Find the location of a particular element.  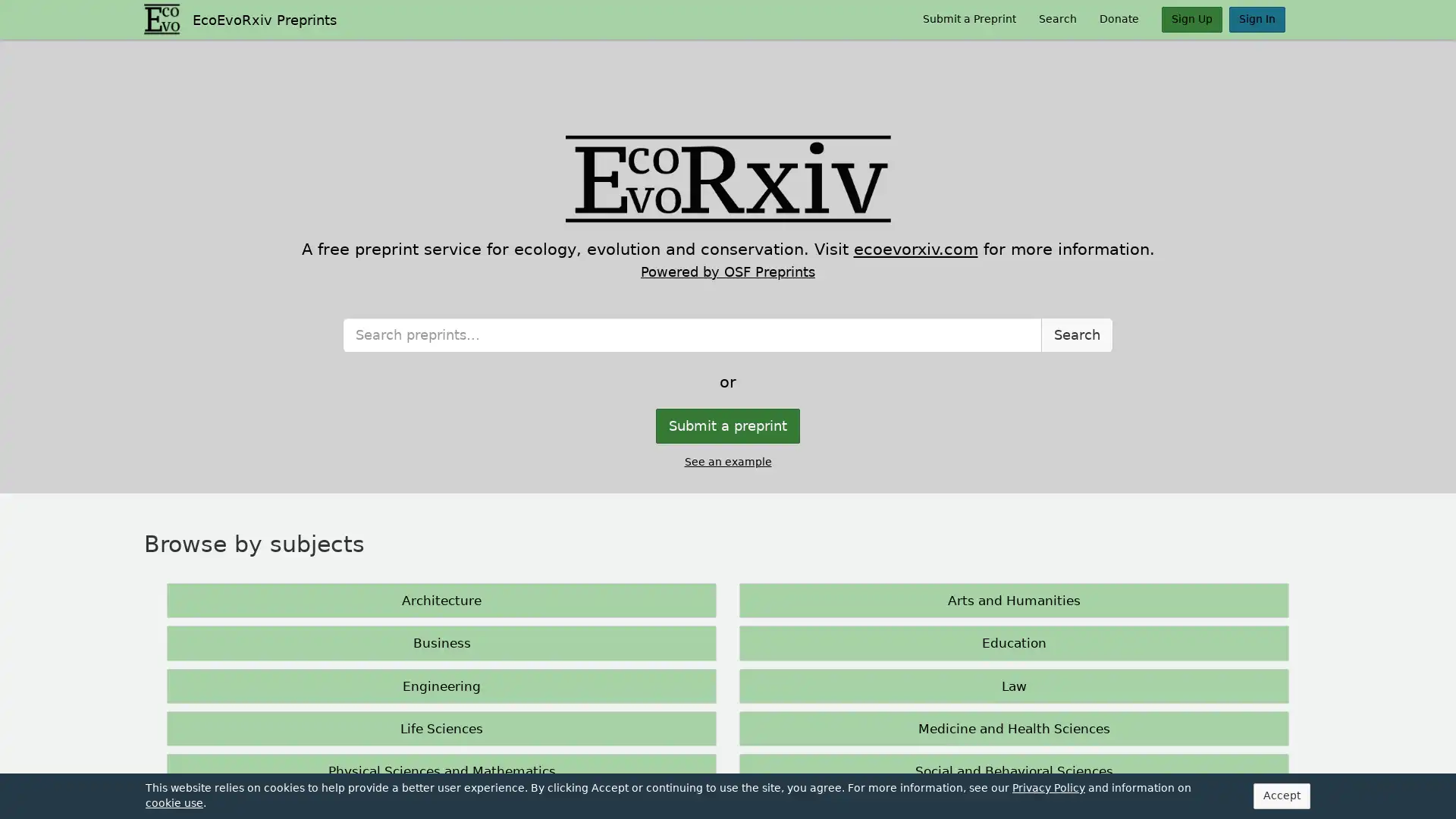

Sign In is located at coordinates (1259, 19).